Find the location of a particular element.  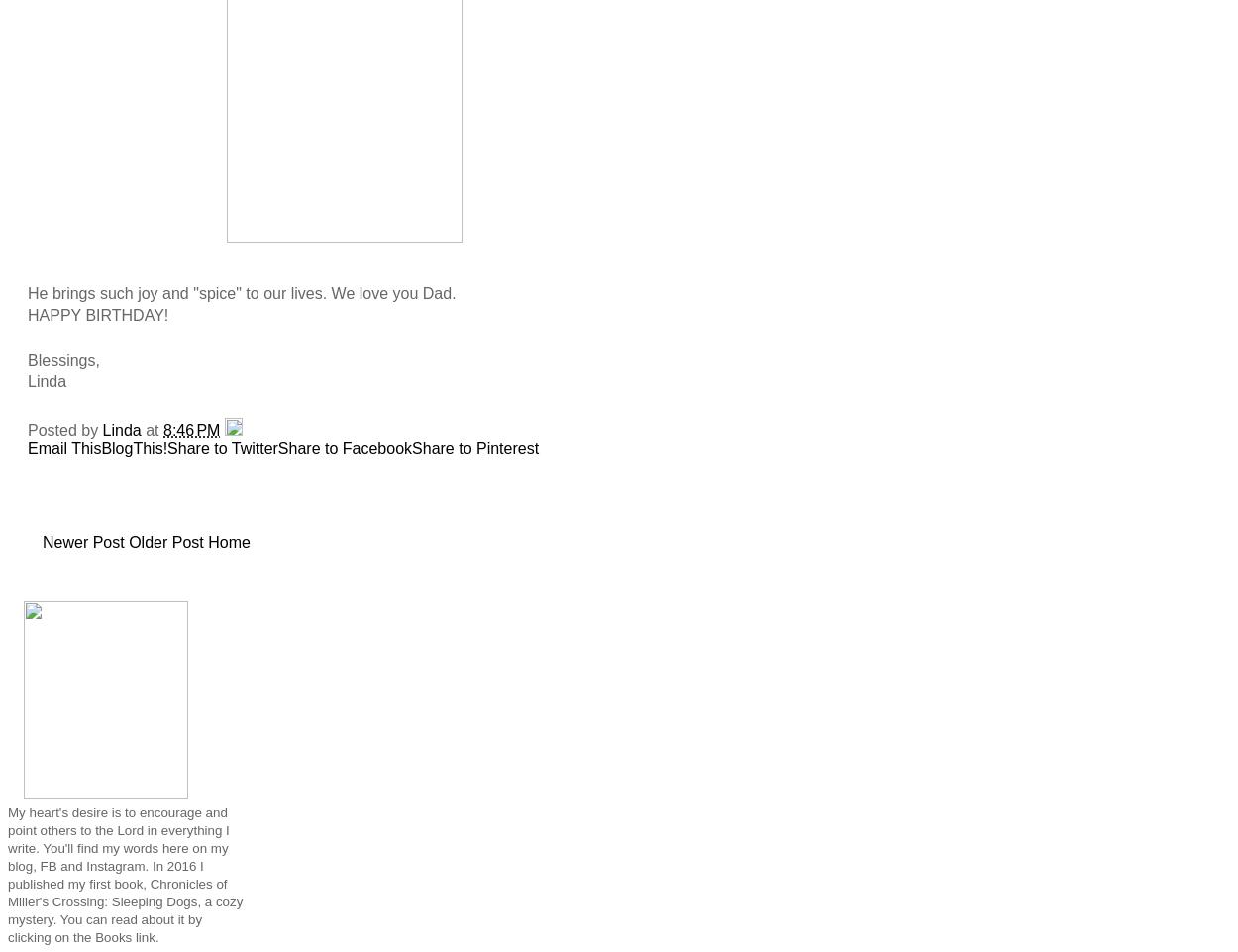

'BlogThis!' is located at coordinates (134, 446).